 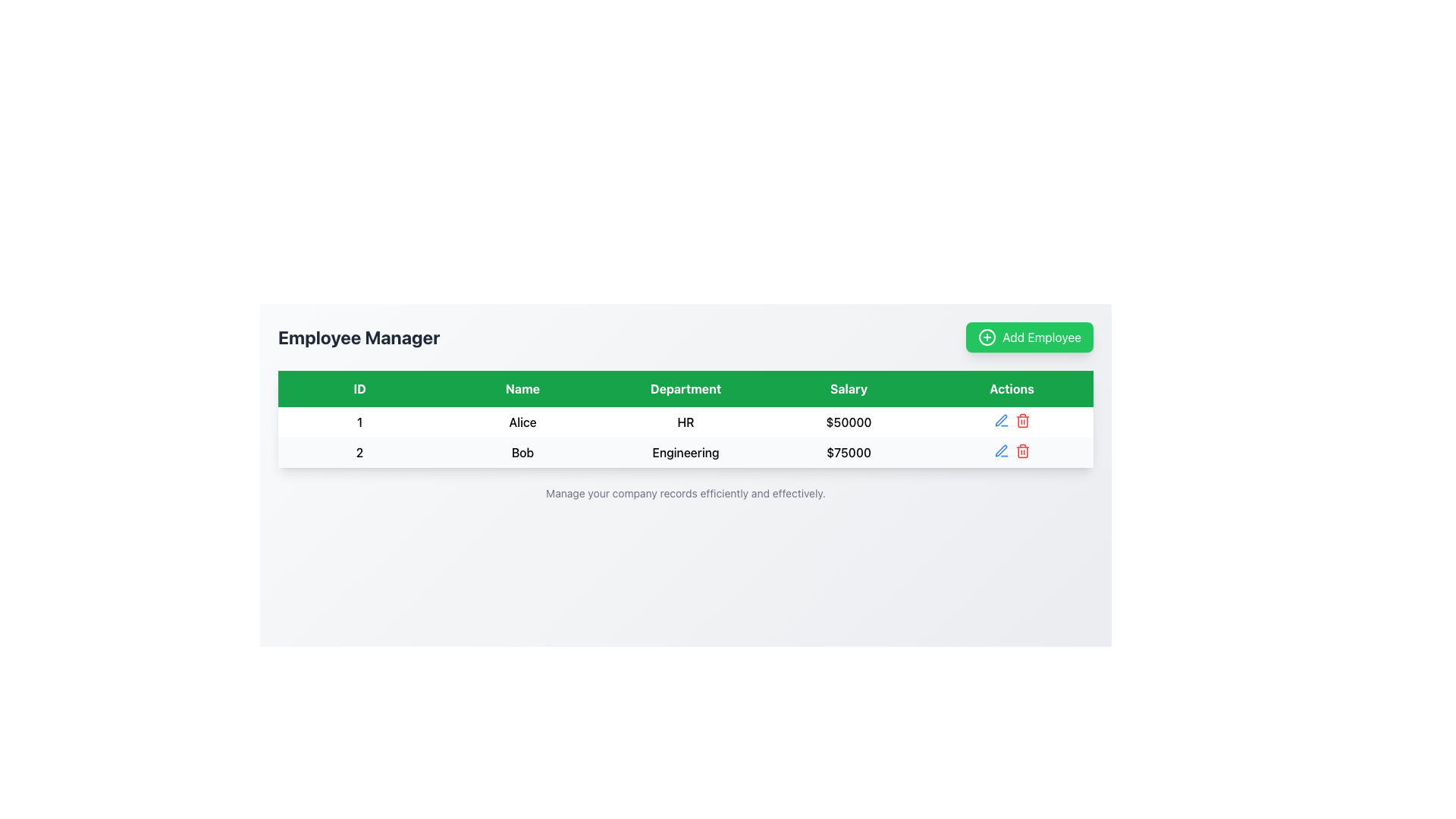 I want to click on the table cell displaying 'HR' under the 'Department' column for employee 'Alice', so click(x=685, y=422).